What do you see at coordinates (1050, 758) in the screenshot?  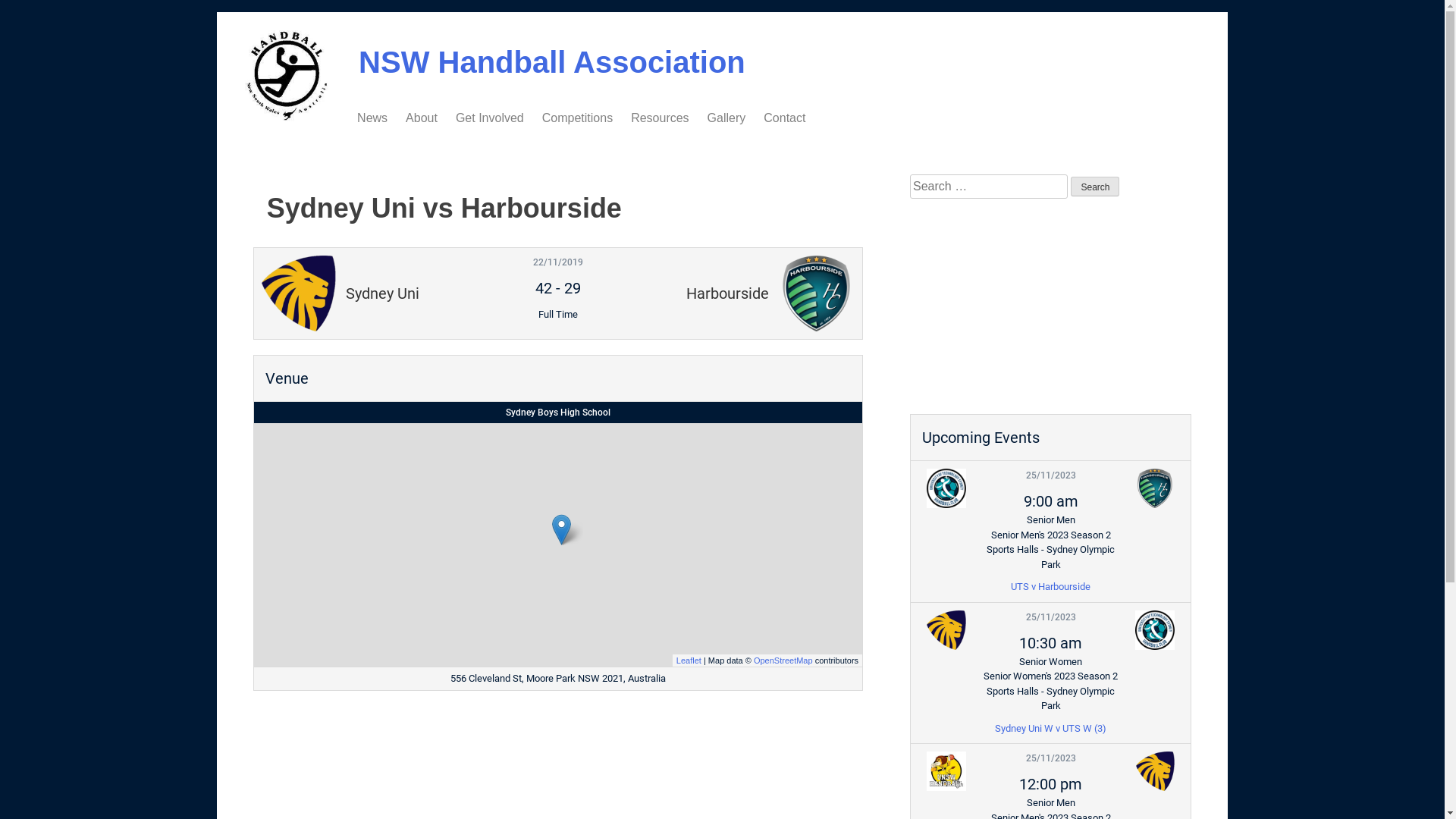 I see `'25/11/2023'` at bounding box center [1050, 758].